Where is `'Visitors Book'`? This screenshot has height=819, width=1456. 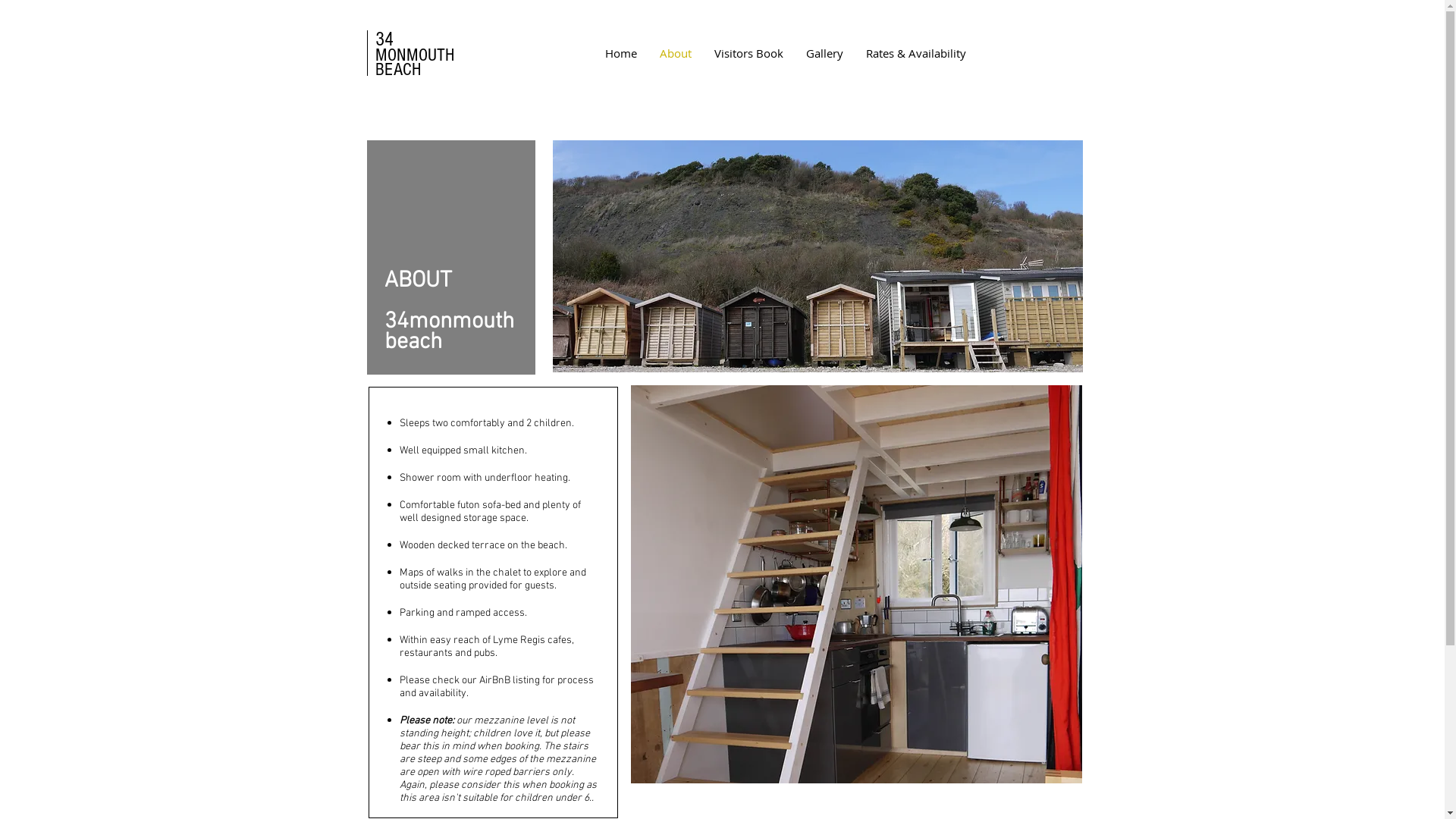 'Visitors Book' is located at coordinates (748, 52).